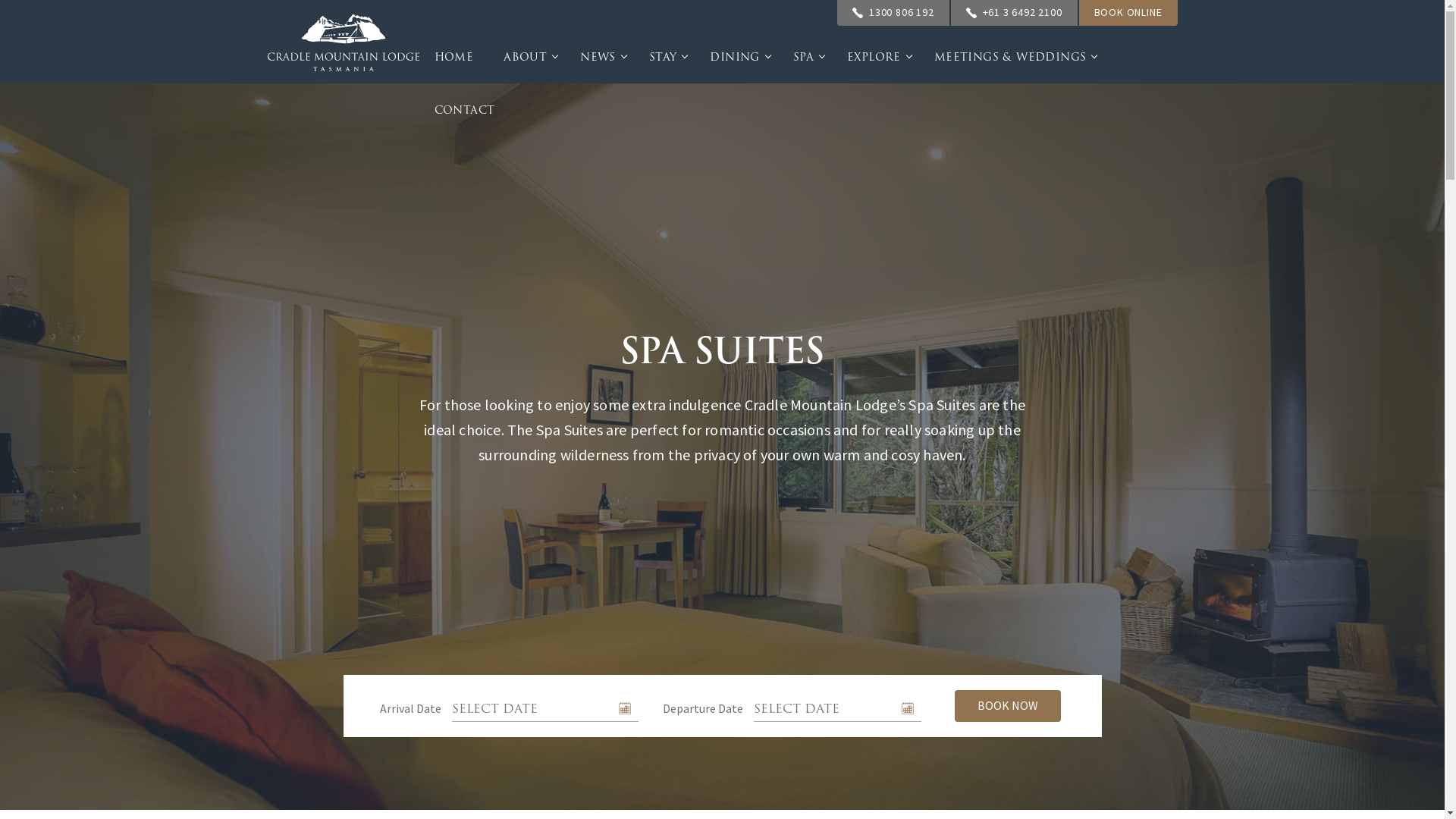 The width and height of the screenshot is (1456, 819). I want to click on 'ABOUT', so click(488, 55).